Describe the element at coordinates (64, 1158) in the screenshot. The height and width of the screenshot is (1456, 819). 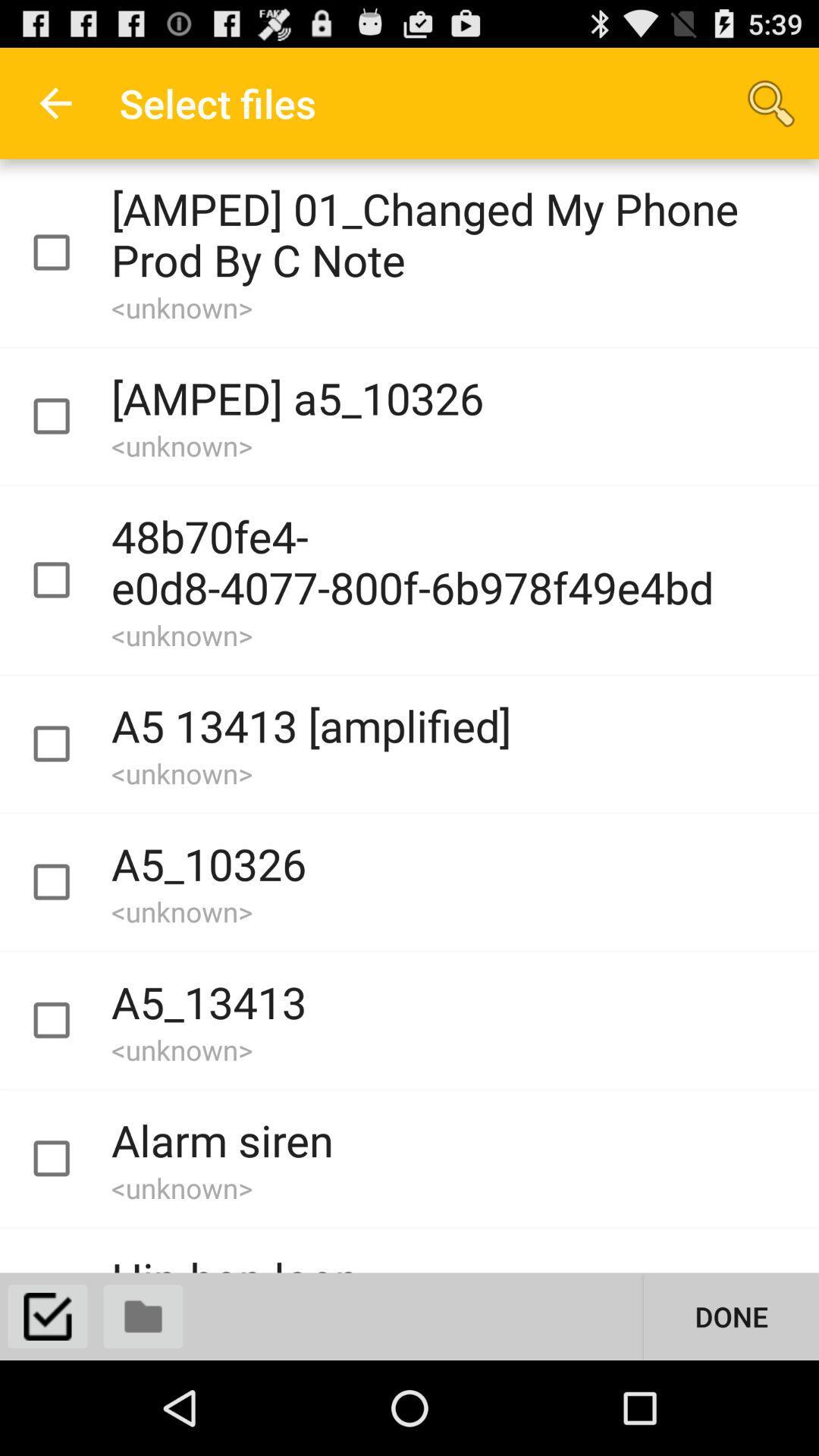
I see `interactive check` at that location.